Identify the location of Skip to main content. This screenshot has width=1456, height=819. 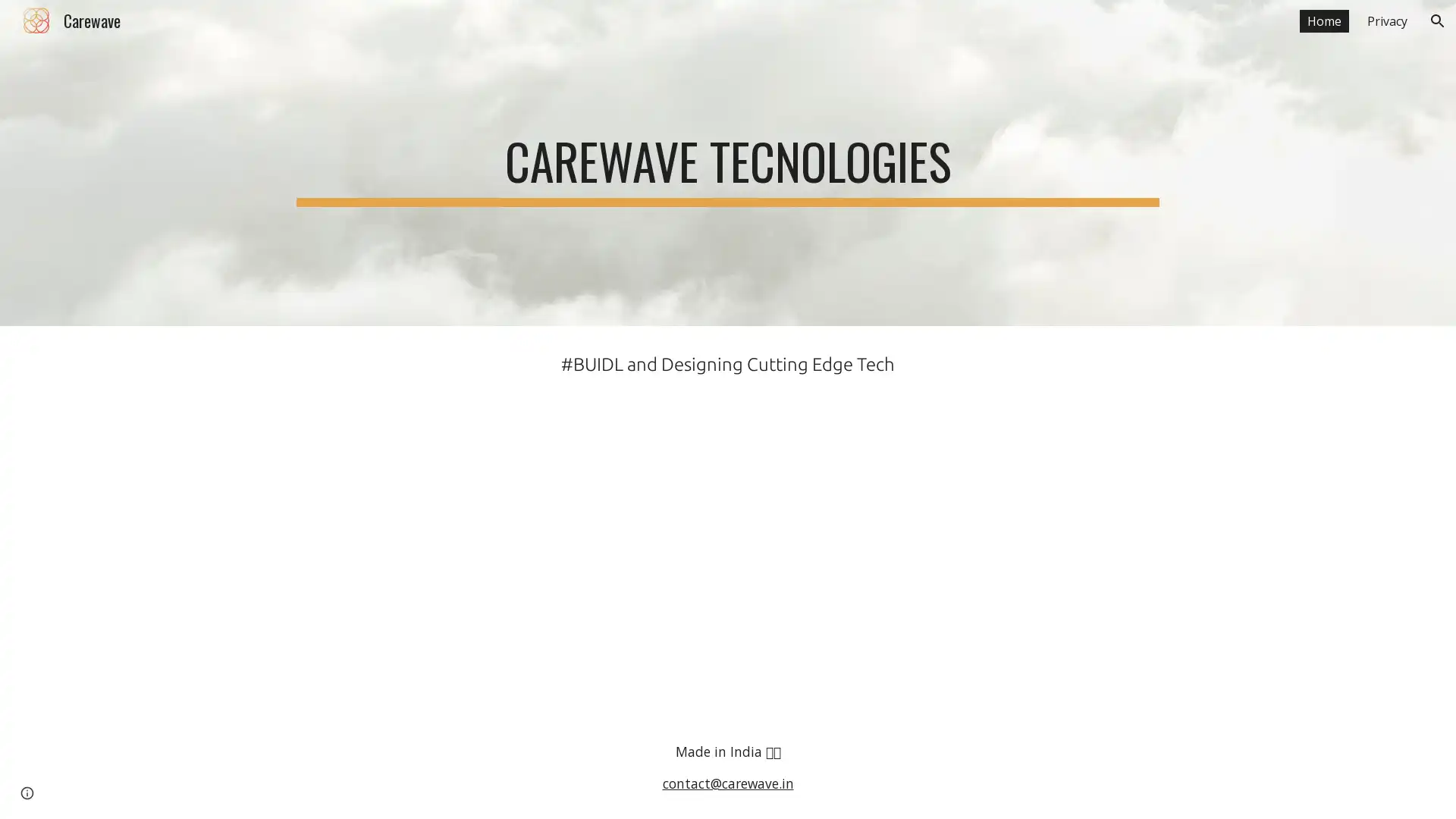
(597, 28).